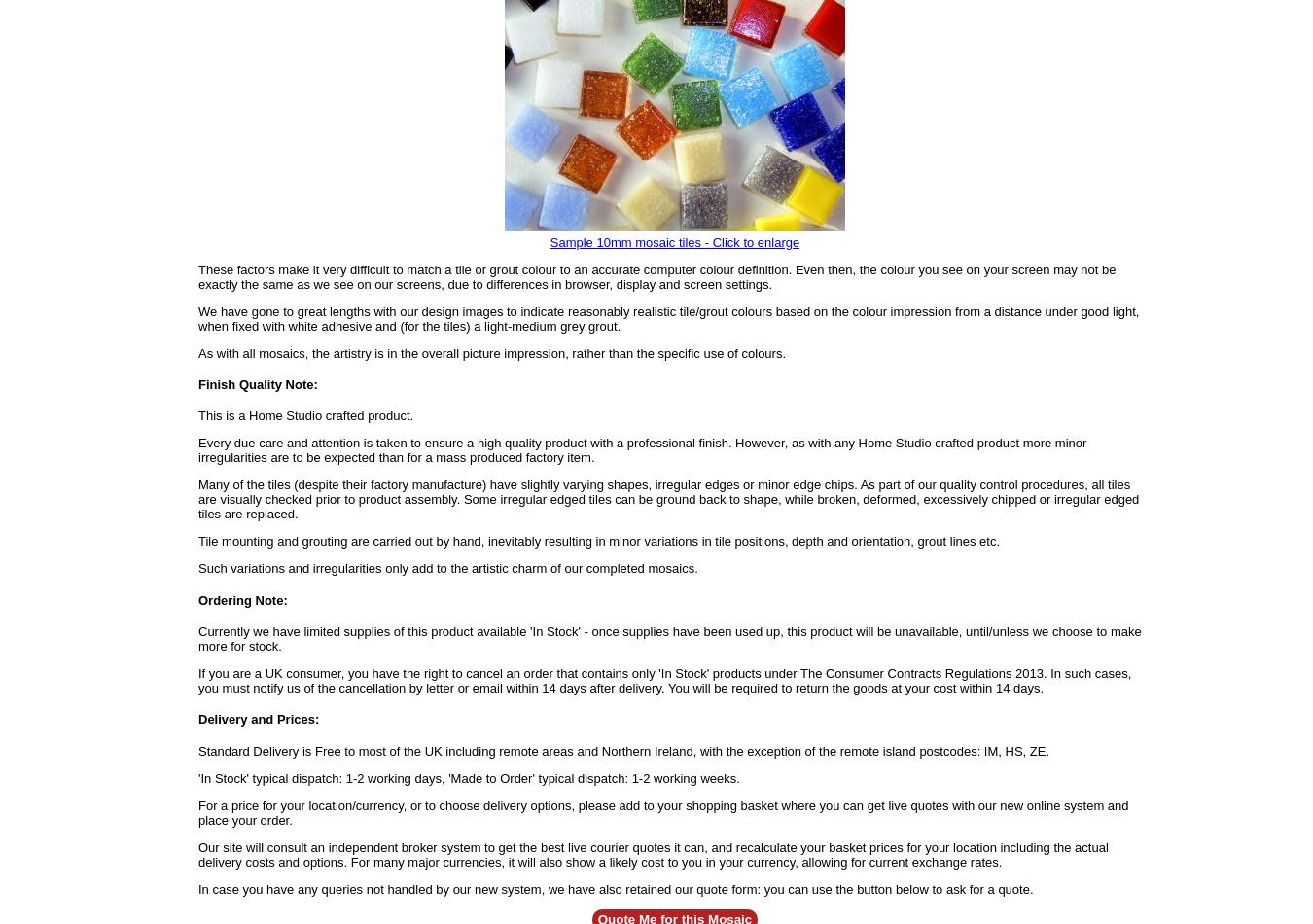 Image resolution: width=1313 pixels, height=924 pixels. I want to click on 'Sample 10mm mosaic tiles - Click to enlarge', so click(673, 240).